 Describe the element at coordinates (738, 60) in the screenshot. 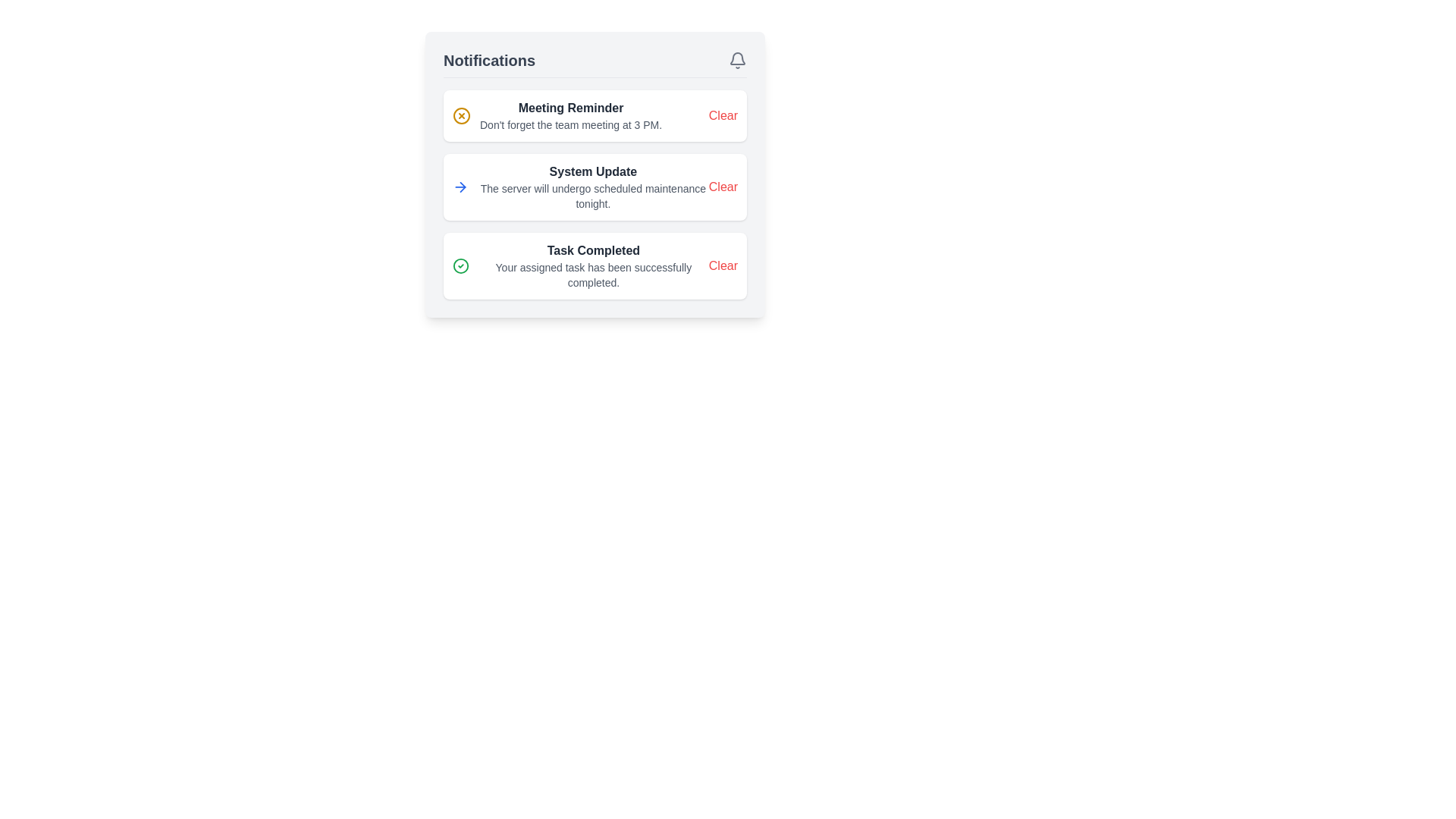

I see `the notifications icon located in the header` at that location.